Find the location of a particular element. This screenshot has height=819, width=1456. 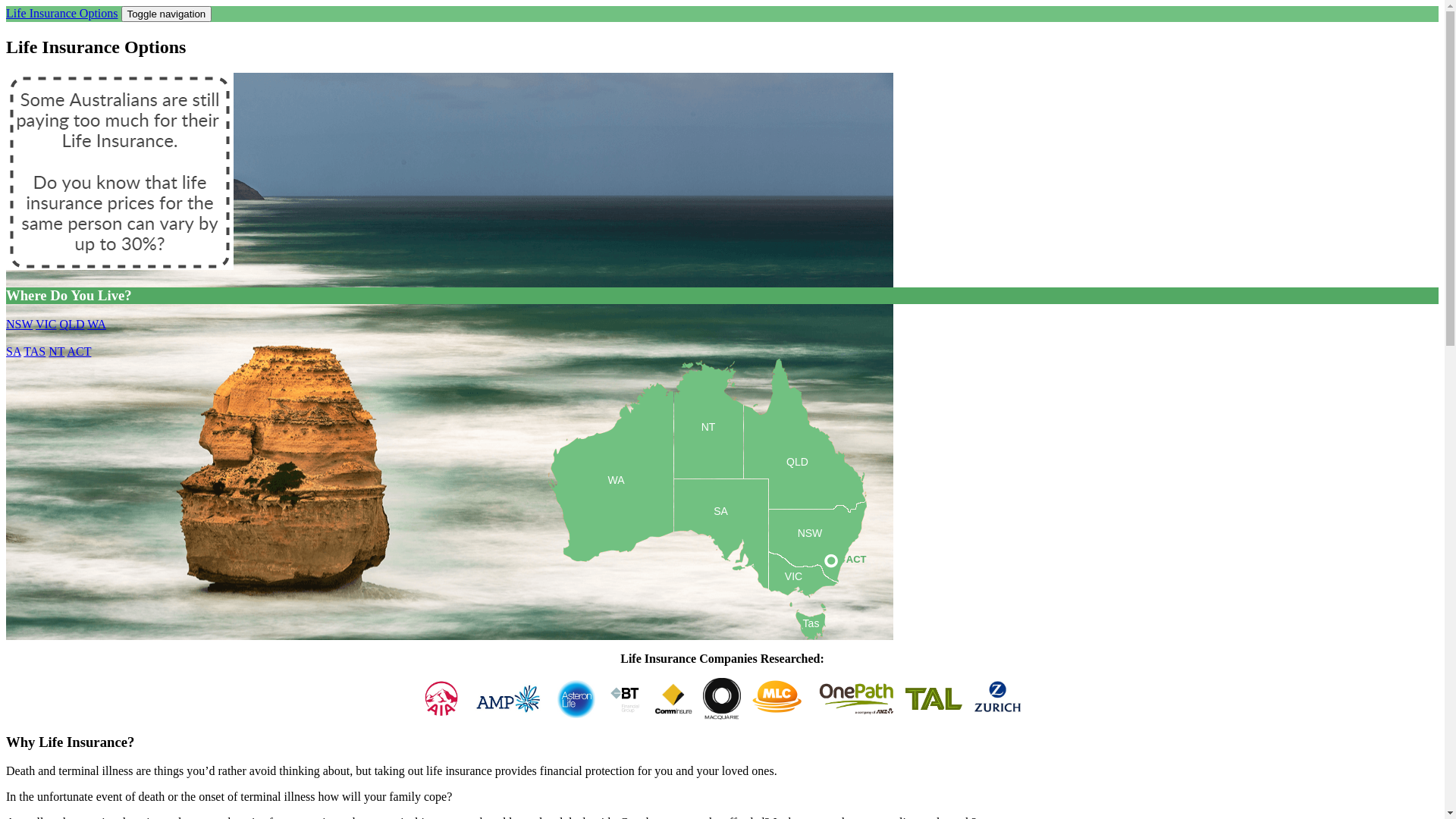

'NT' is located at coordinates (56, 351).